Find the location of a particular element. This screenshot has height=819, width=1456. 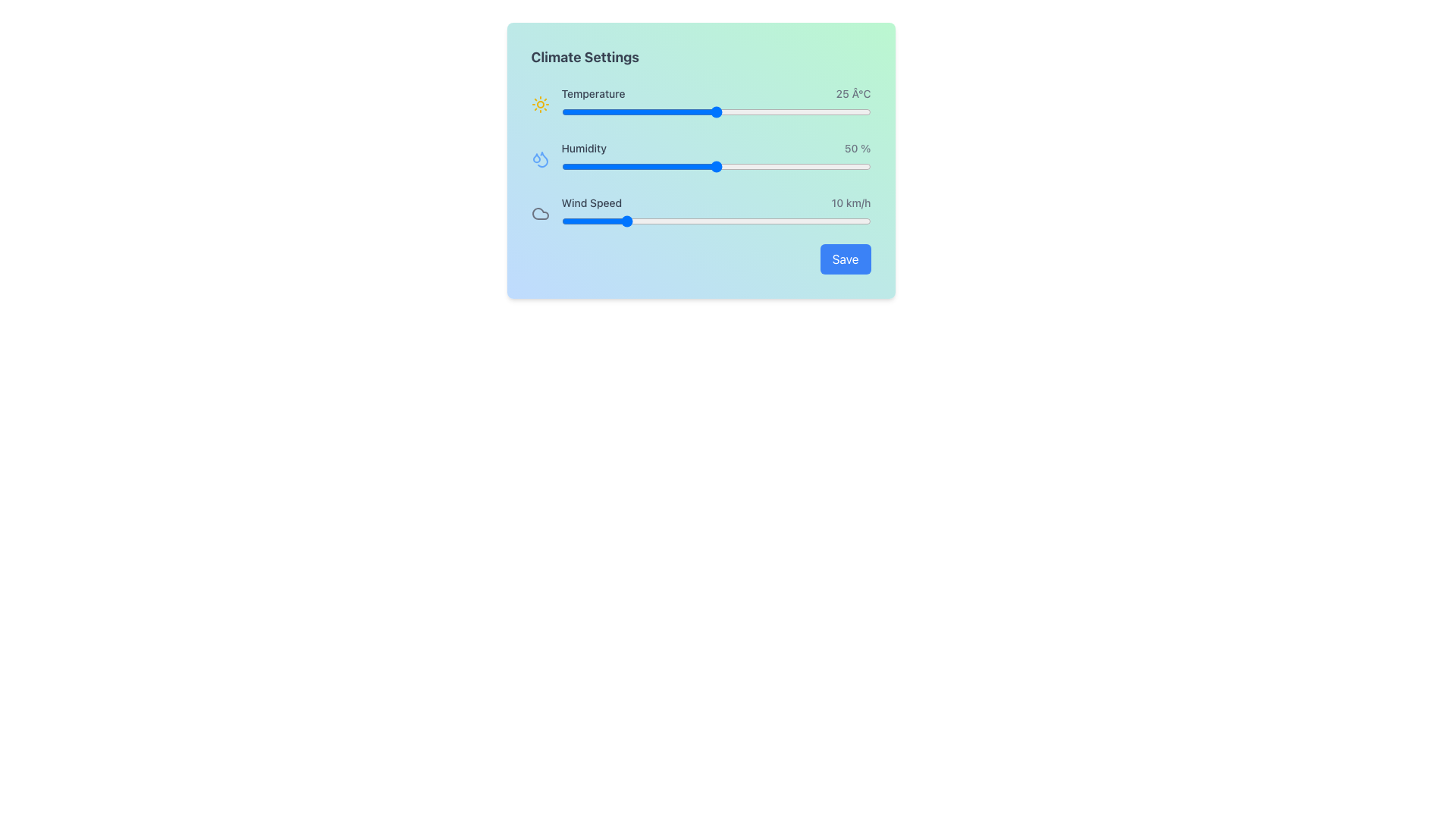

wind speed is located at coordinates (573, 221).